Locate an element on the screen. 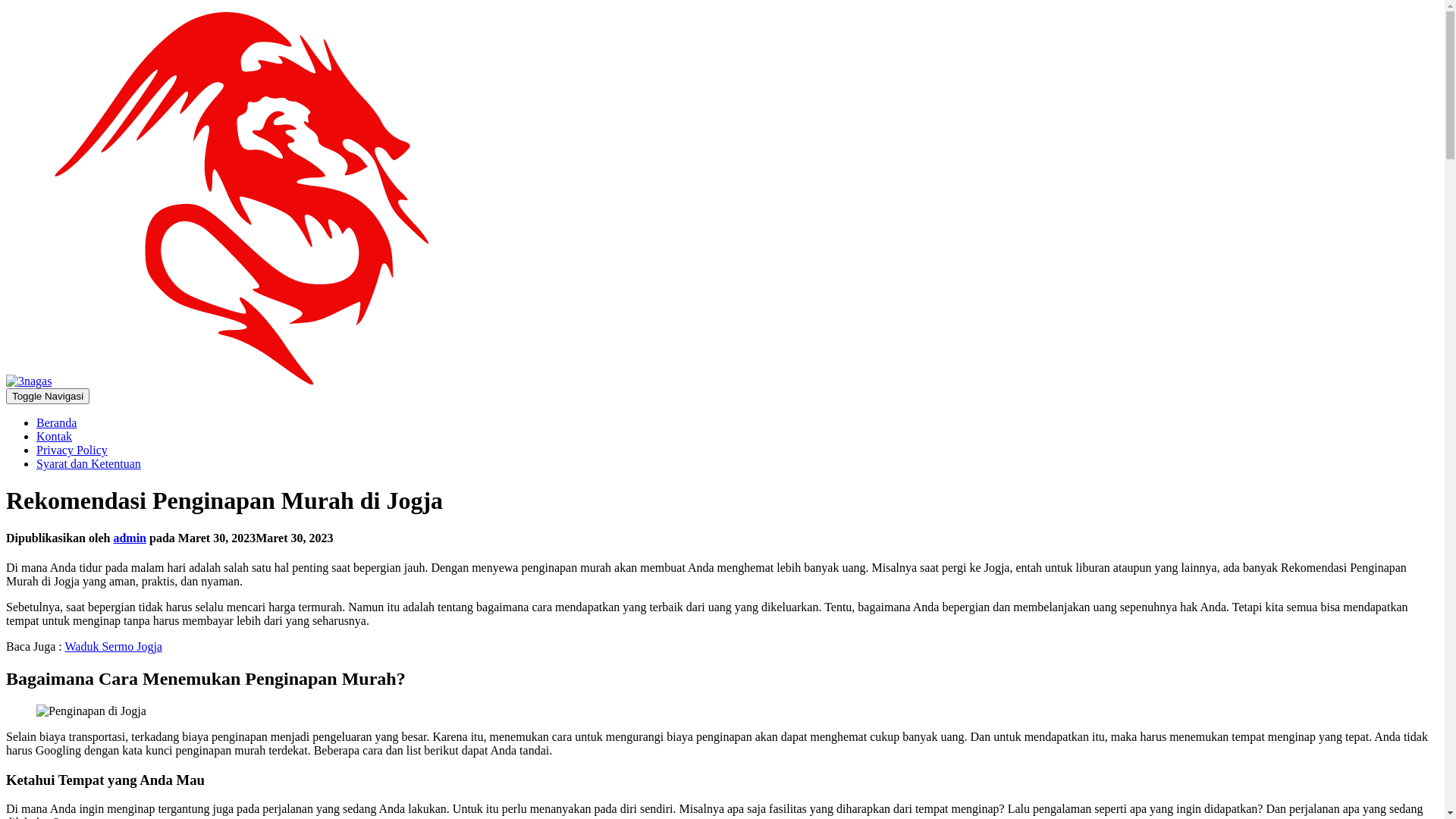 The image size is (1456, 819). 'admin' is located at coordinates (111, 537).